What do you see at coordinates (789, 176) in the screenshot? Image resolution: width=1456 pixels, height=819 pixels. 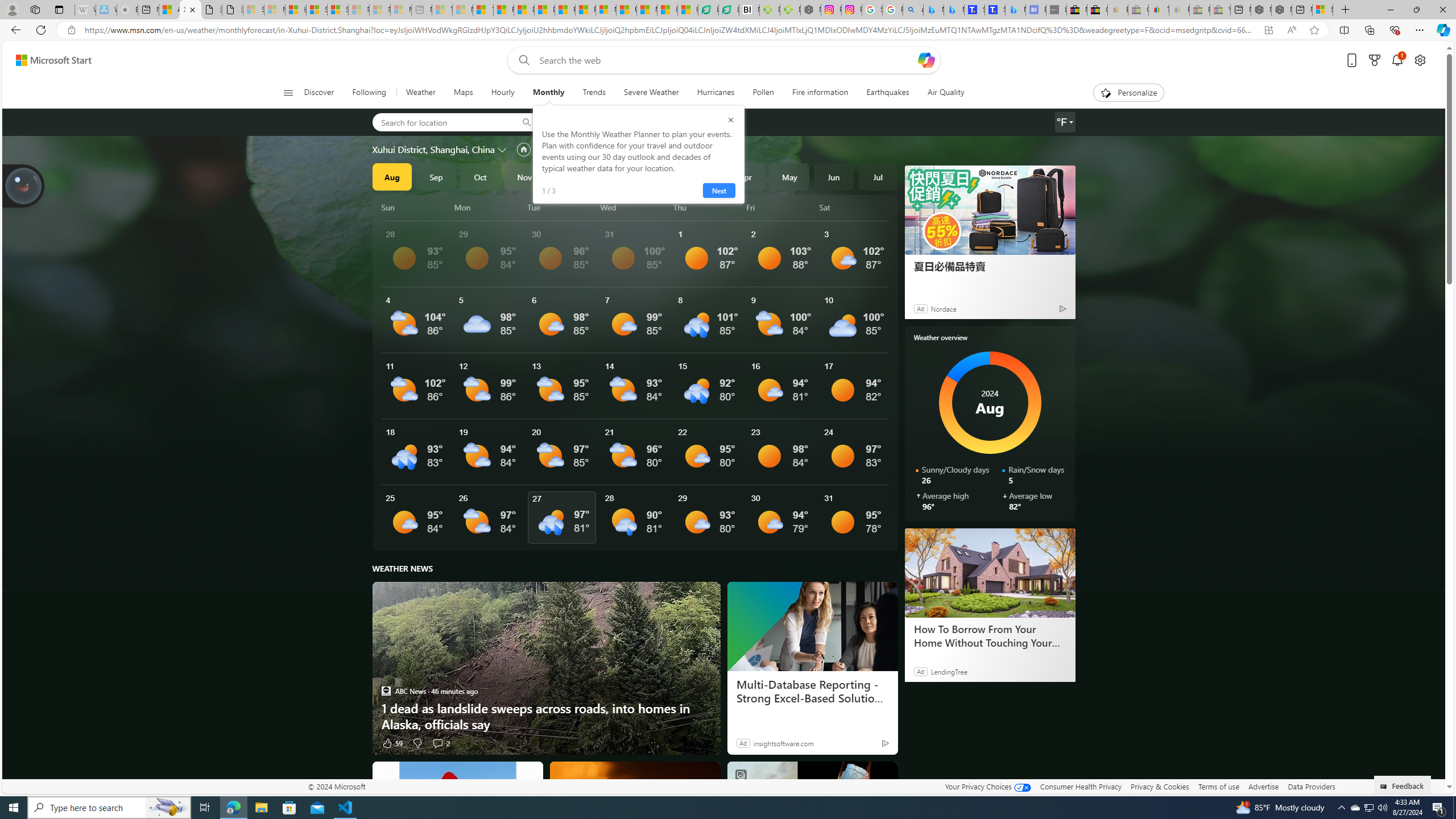 I see `'May'` at bounding box center [789, 176].